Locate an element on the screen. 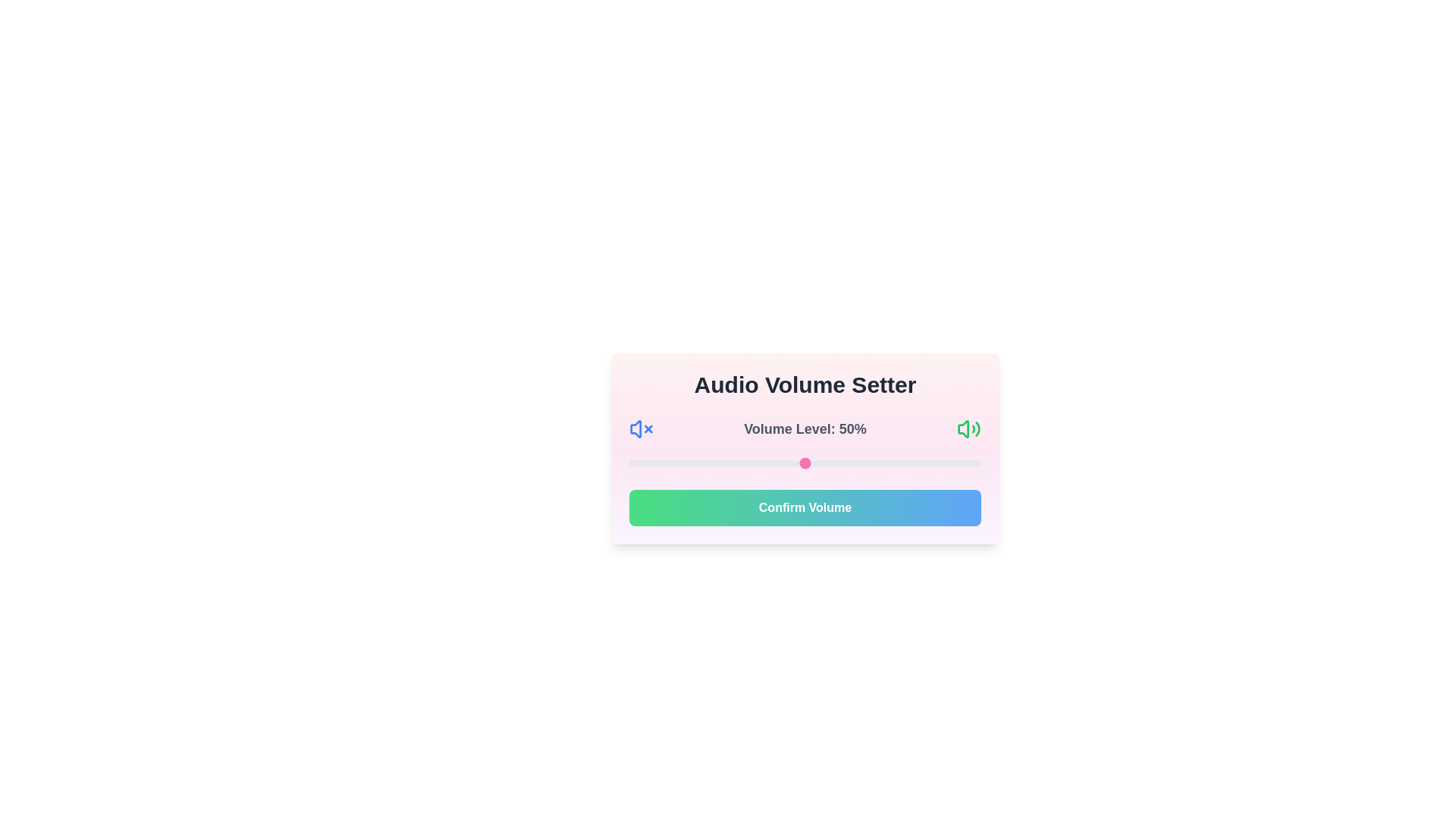 This screenshot has height=819, width=1456. the volume is located at coordinates (629, 462).